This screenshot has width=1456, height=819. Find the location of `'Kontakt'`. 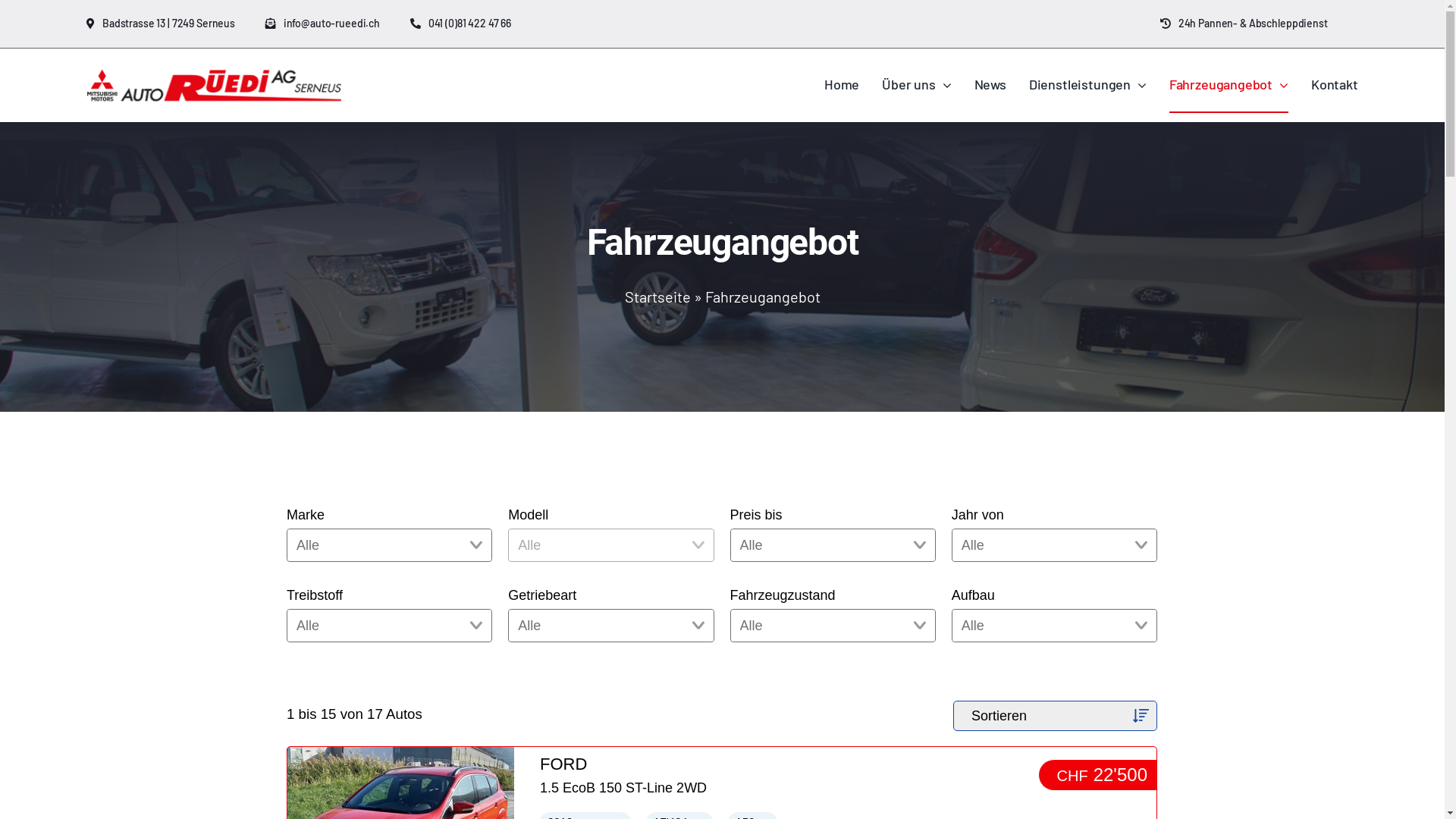

'Kontakt' is located at coordinates (1335, 85).